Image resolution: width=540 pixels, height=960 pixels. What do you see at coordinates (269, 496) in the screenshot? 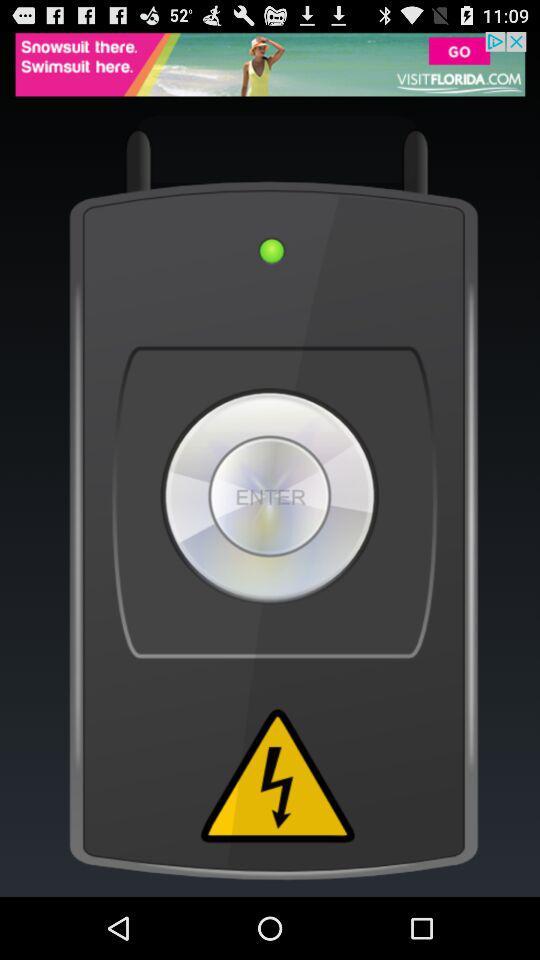
I see `enter` at bounding box center [269, 496].